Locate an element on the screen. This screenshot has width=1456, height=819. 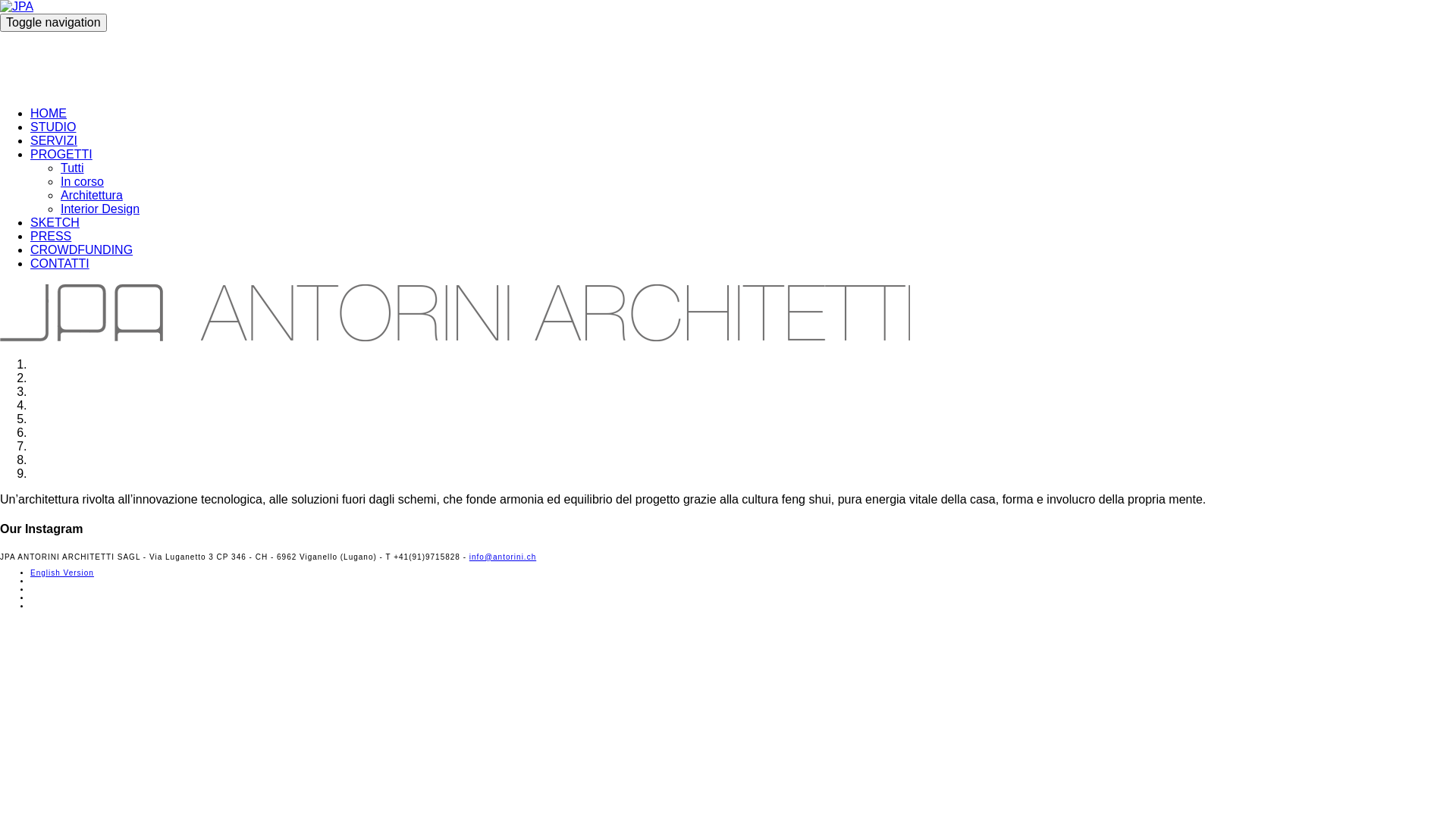
'PRESS' is located at coordinates (51, 236).